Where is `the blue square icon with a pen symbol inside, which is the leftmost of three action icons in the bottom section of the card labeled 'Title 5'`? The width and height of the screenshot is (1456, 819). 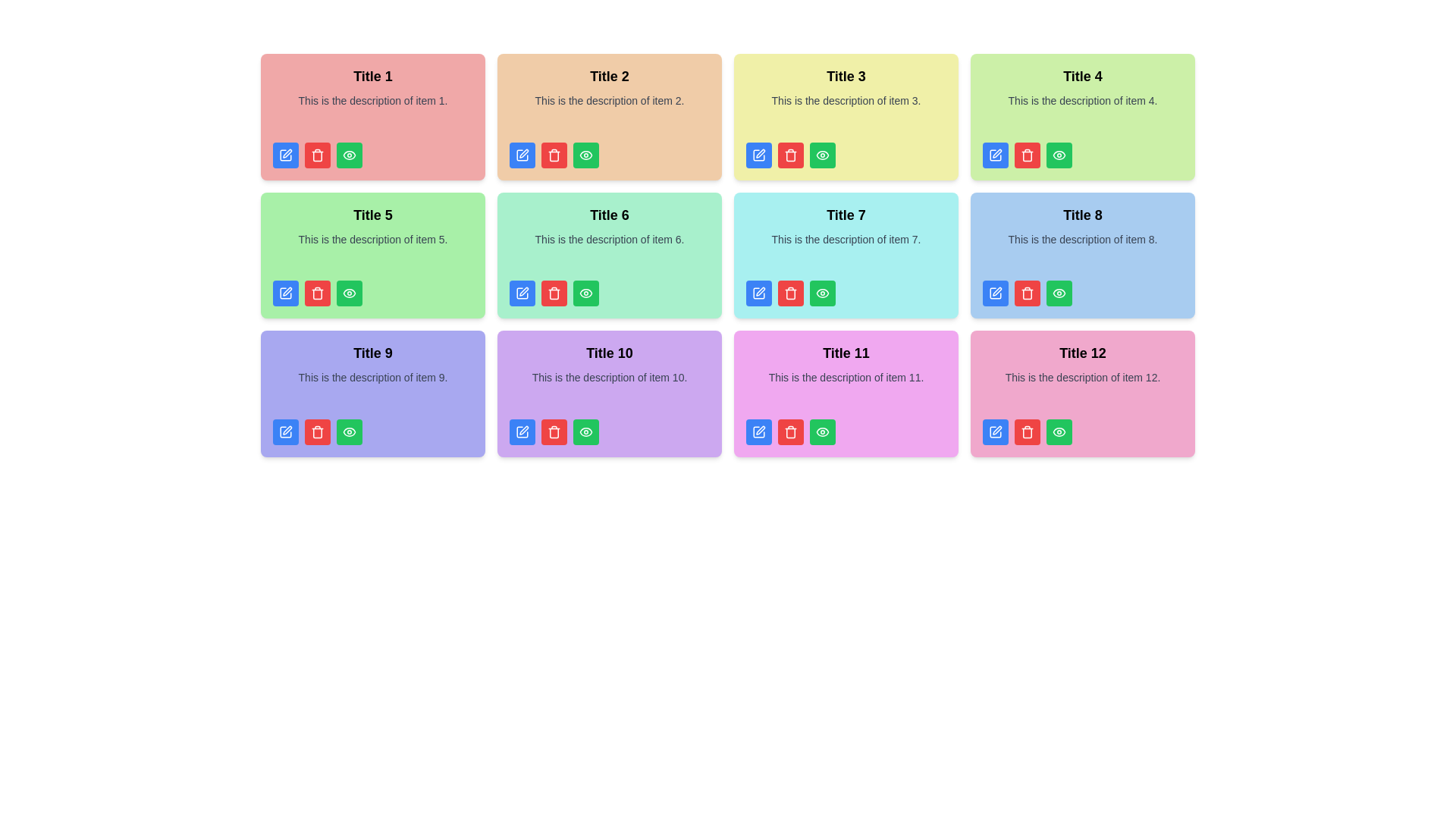
the blue square icon with a pen symbol inside, which is the leftmost of three action icons in the bottom section of the card labeled 'Title 5' is located at coordinates (286, 155).